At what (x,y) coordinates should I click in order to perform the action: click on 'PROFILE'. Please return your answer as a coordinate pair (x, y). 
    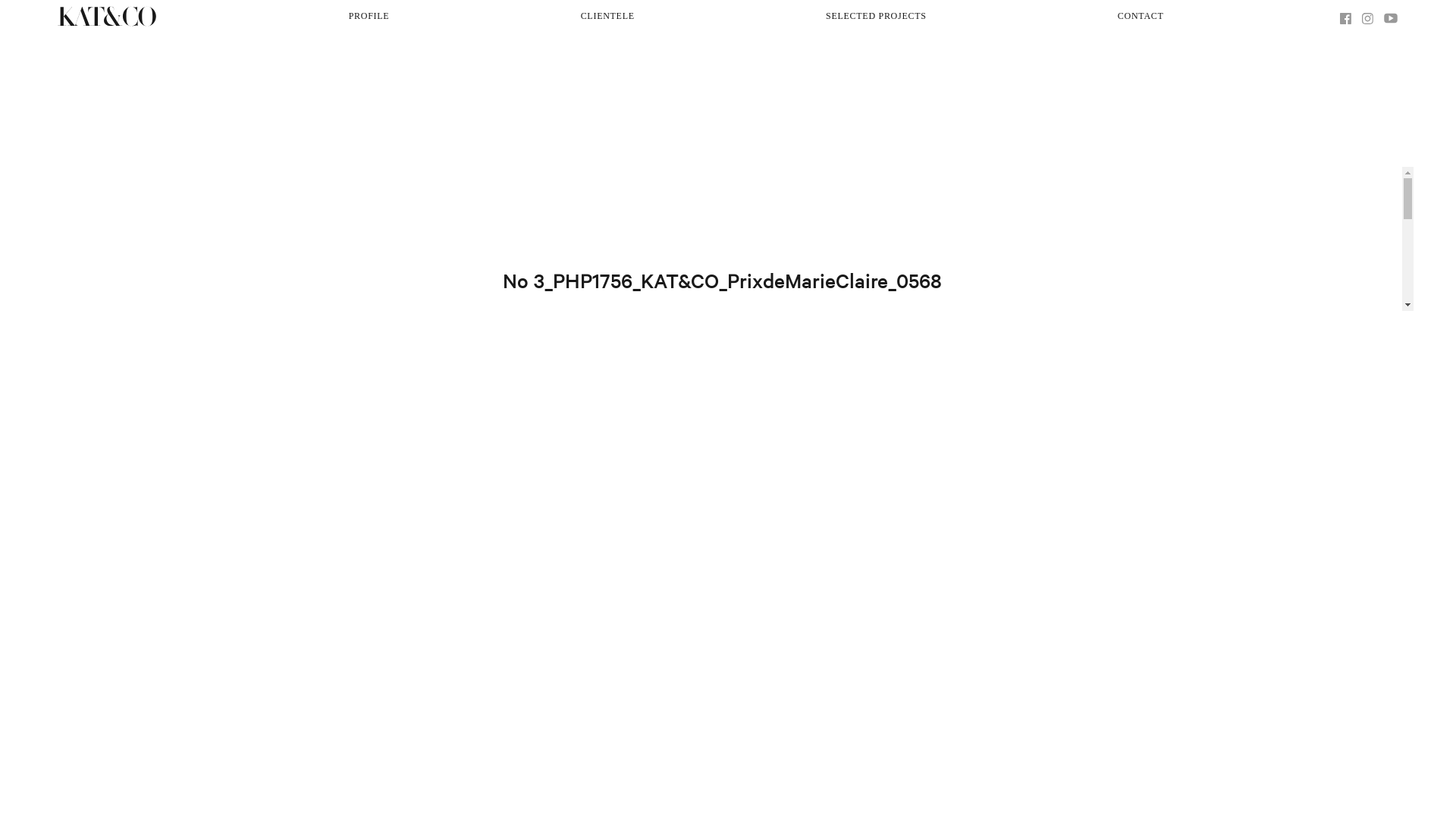
    Looking at the image, I should click on (369, 17).